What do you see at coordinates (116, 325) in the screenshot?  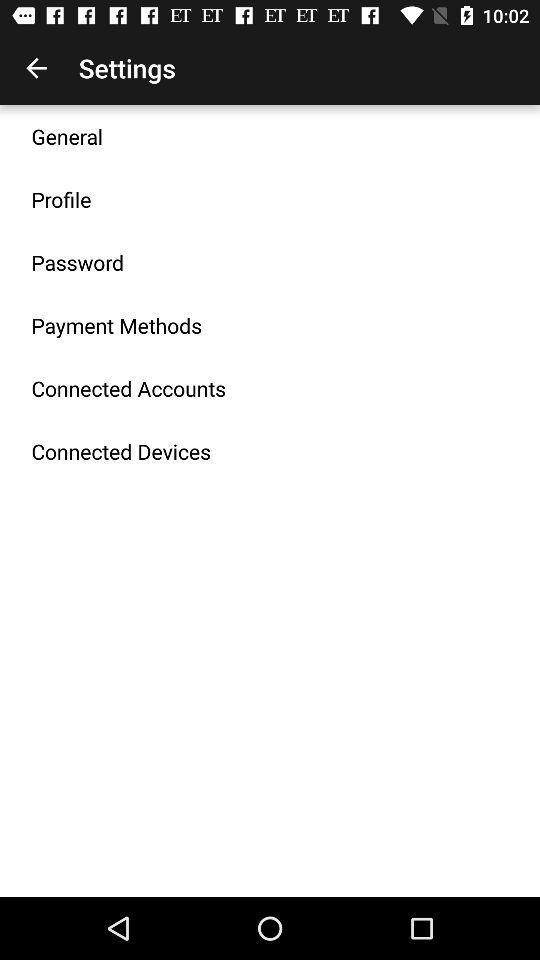 I see `the item above the connected accounts` at bounding box center [116, 325].